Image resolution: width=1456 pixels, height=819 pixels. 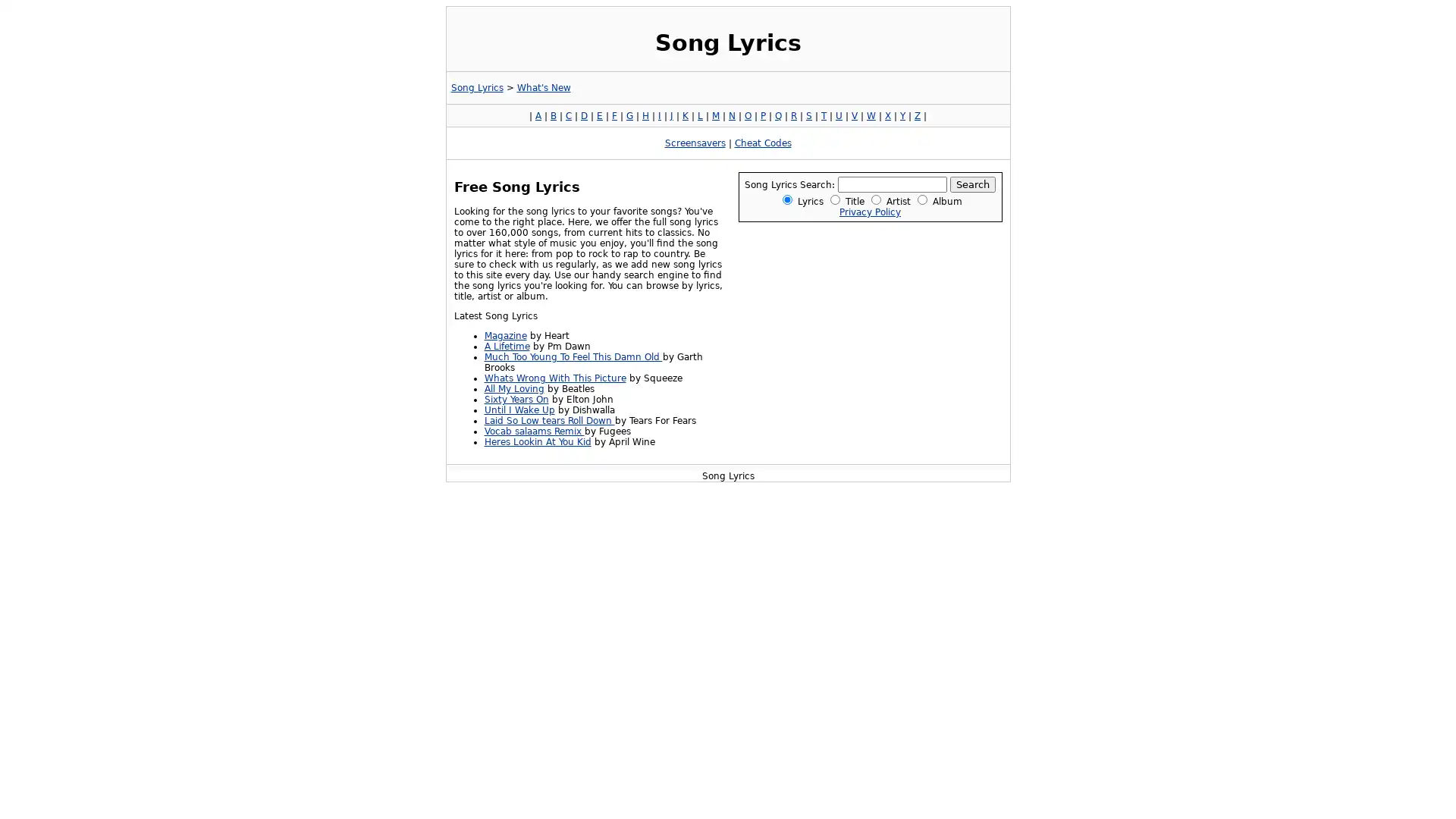 I want to click on Search, so click(x=972, y=183).